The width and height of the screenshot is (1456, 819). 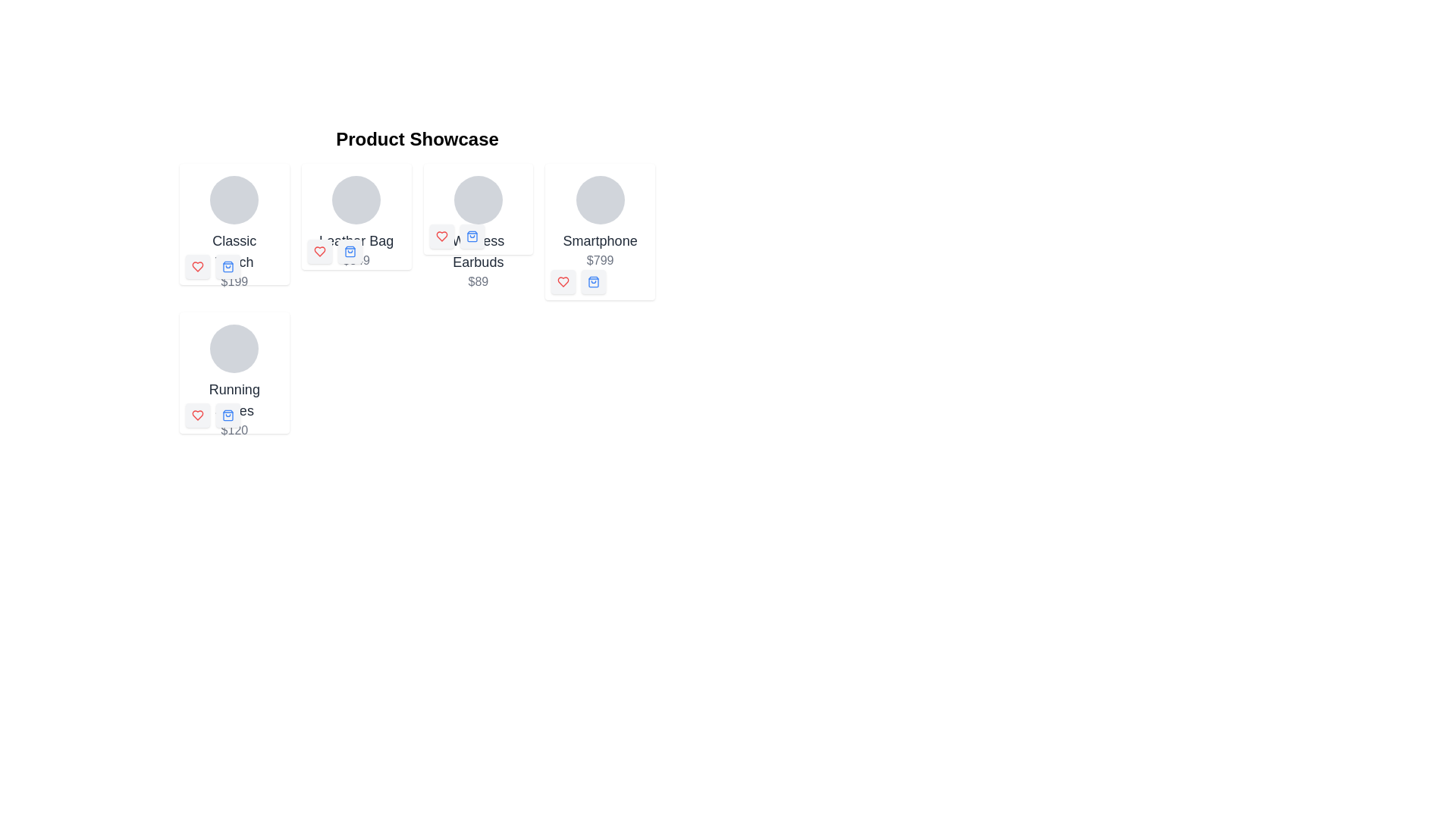 What do you see at coordinates (593, 281) in the screenshot?
I see `the blue shopping bag icon with rounded edges in the bottom left corner of the 'Smartphone' product card` at bounding box center [593, 281].